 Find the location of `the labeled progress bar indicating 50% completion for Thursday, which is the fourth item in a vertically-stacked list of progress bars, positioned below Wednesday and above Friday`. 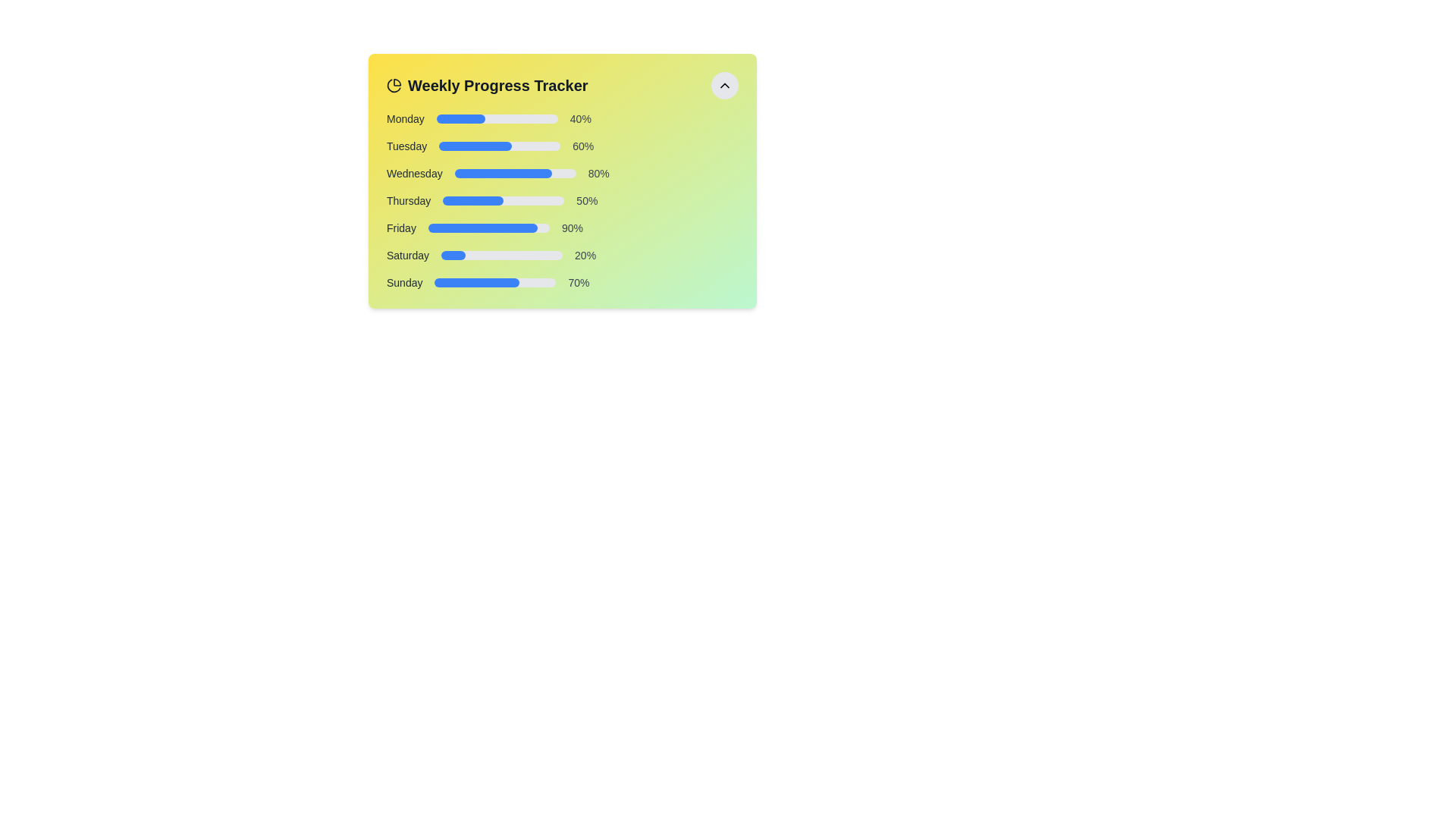

the labeled progress bar indicating 50% completion for Thursday, which is the fourth item in a vertically-stacked list of progress bars, positioned below Wednesday and above Friday is located at coordinates (562, 200).